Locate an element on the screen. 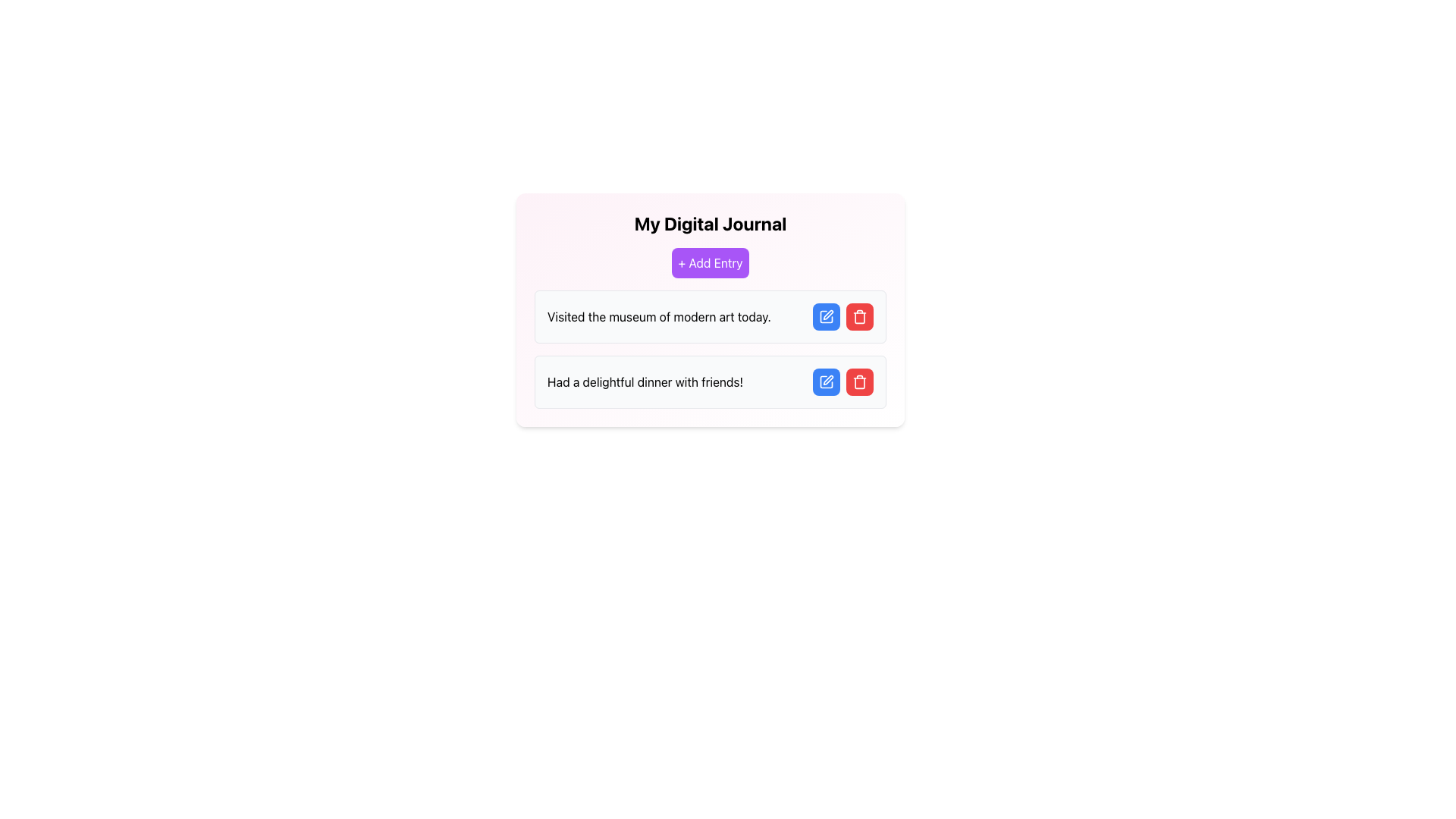  the delete button located in the second row of the journal interface, to observe the hover effect is located at coordinates (859, 381).